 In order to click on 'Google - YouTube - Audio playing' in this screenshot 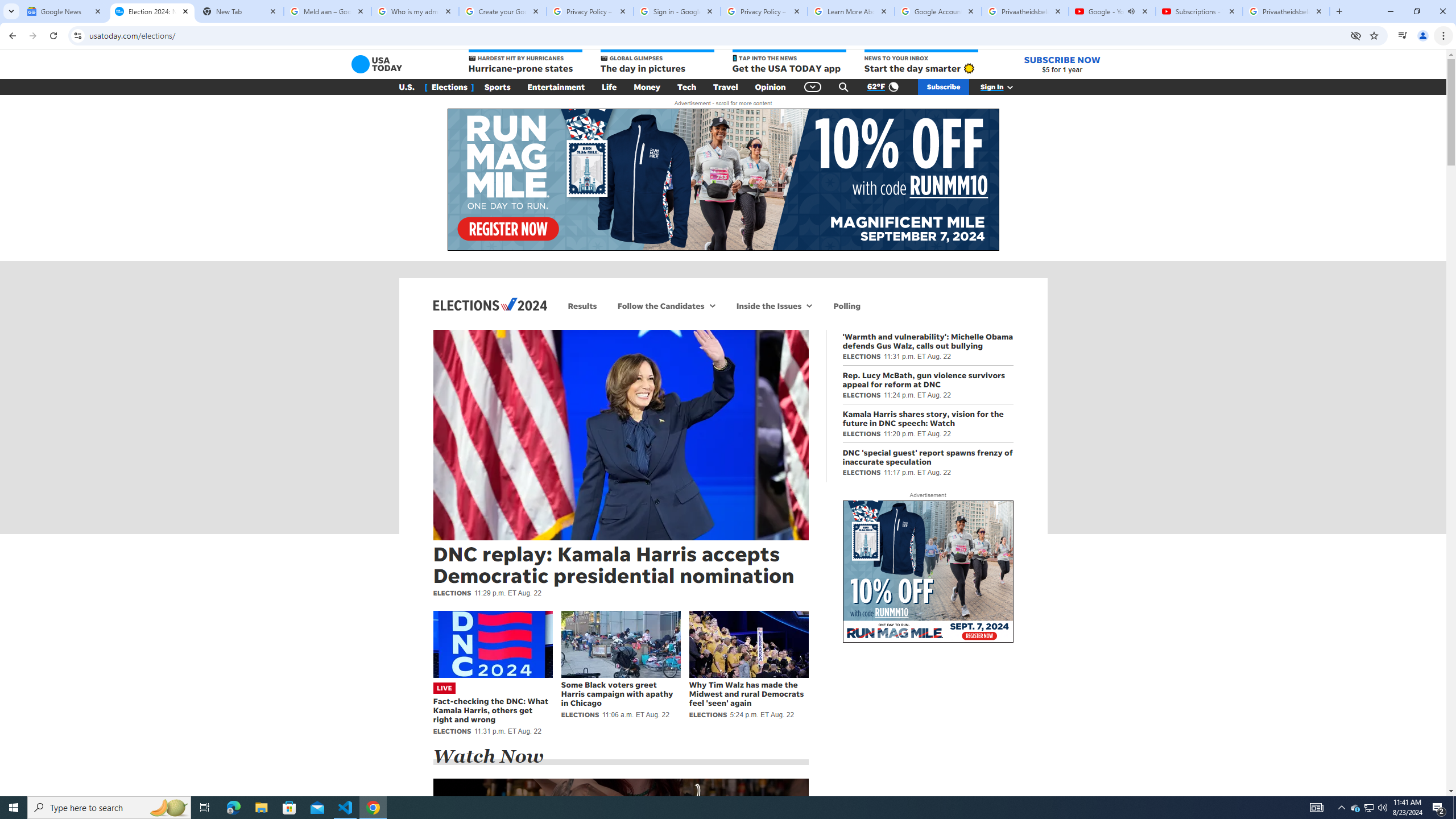, I will do `click(1111, 11)`.